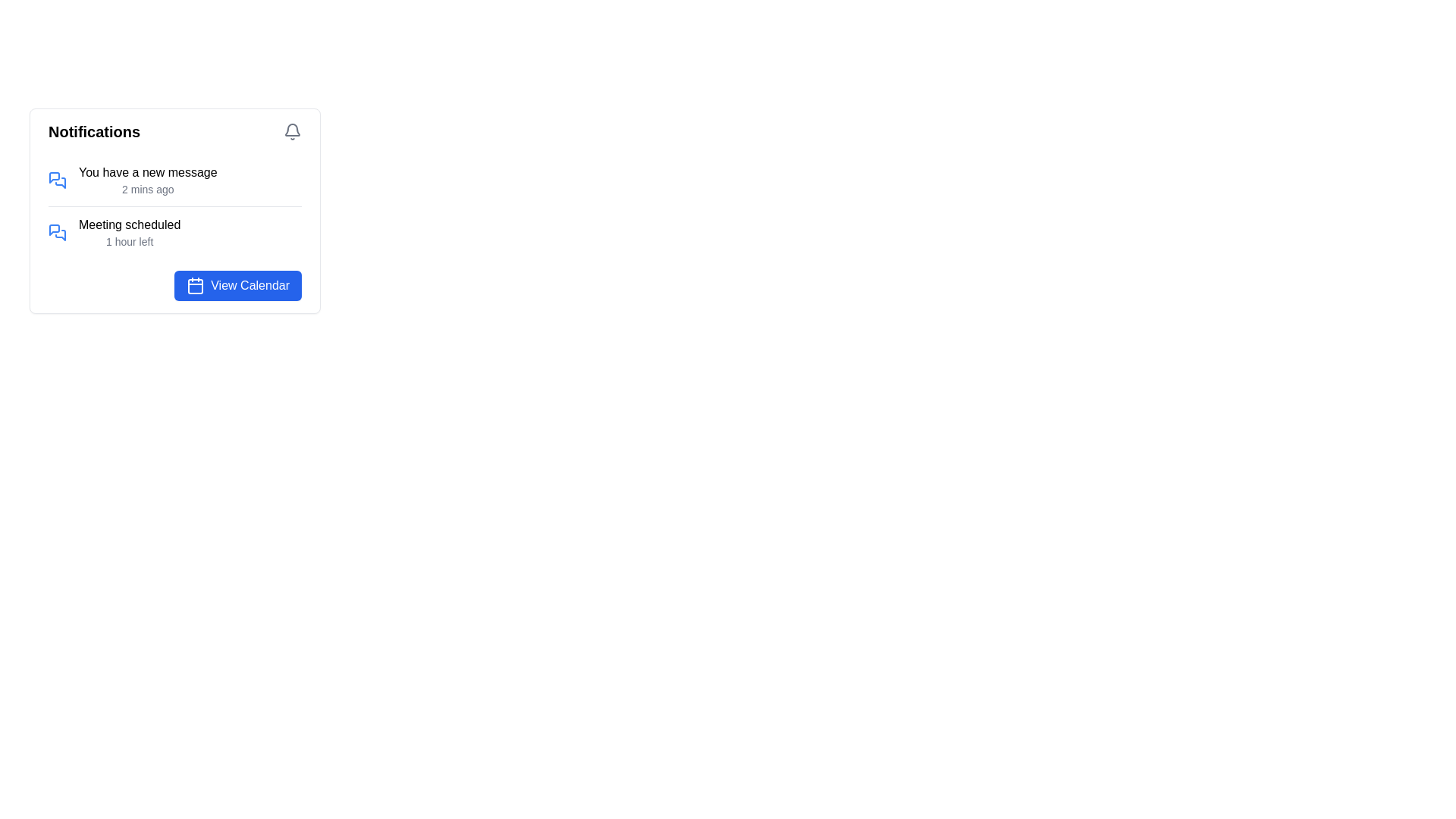 The height and width of the screenshot is (819, 1456). What do you see at coordinates (292, 130) in the screenshot?
I see `the bell-shaped notification icon located near the upper-right corner of the Notifications section header to indicate the presence of new or pending notifications` at bounding box center [292, 130].